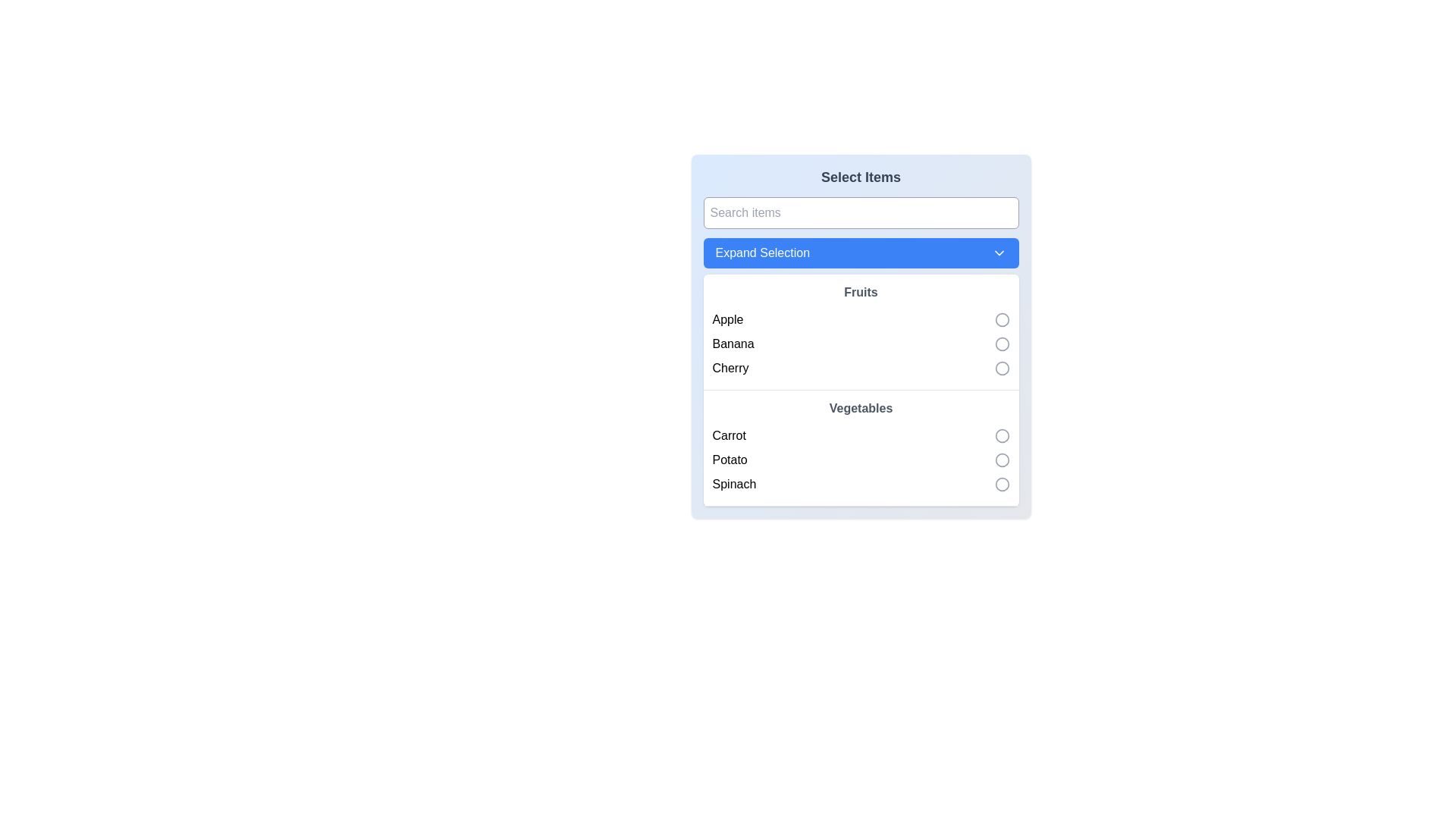 The height and width of the screenshot is (819, 1456). I want to click on the radio button next to the label 'Carrot' in the 'Vegetables' section, so click(1002, 435).